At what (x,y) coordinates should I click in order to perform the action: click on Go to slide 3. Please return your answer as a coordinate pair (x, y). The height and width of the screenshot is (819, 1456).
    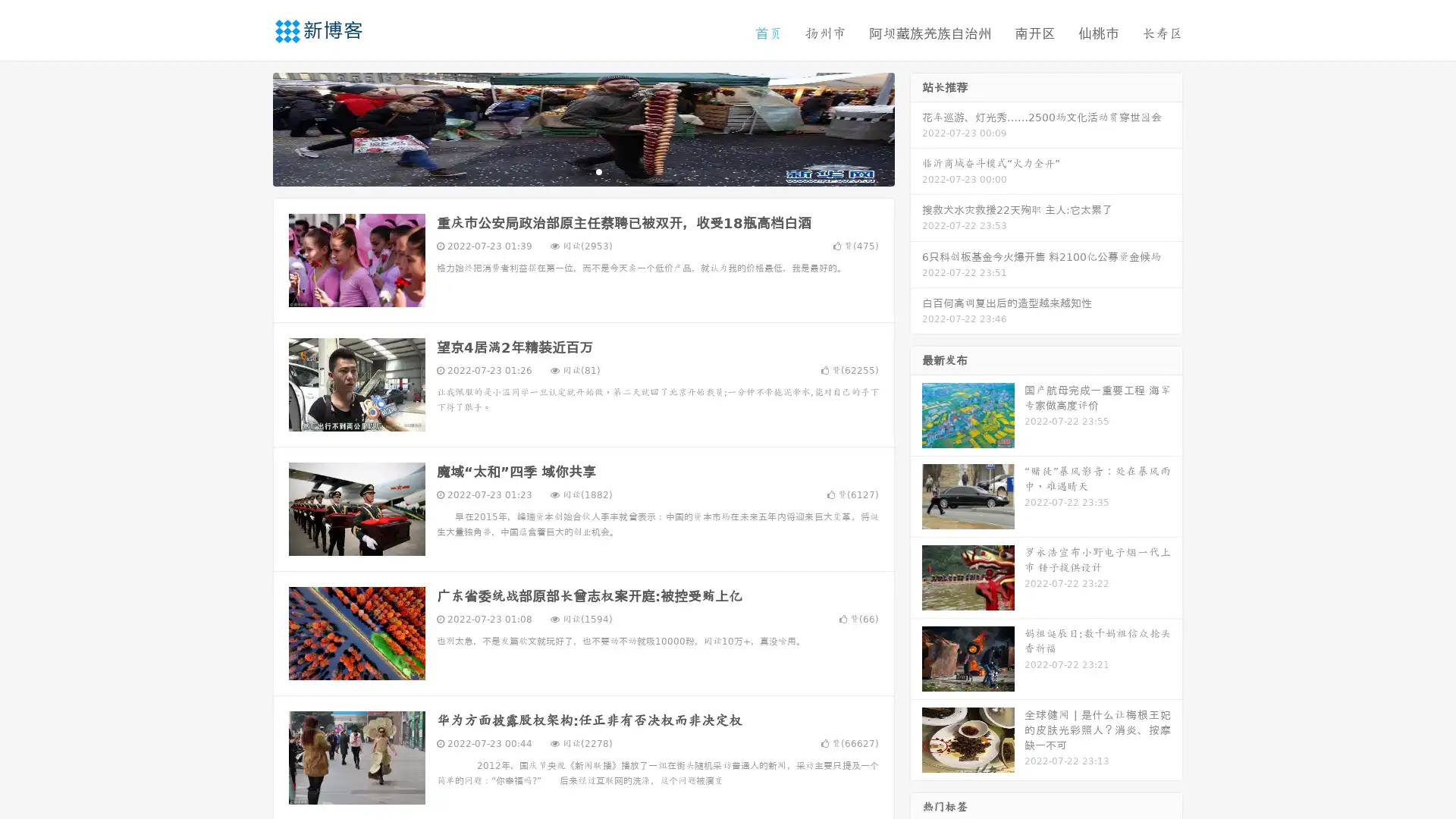
    Looking at the image, I should click on (598, 171).